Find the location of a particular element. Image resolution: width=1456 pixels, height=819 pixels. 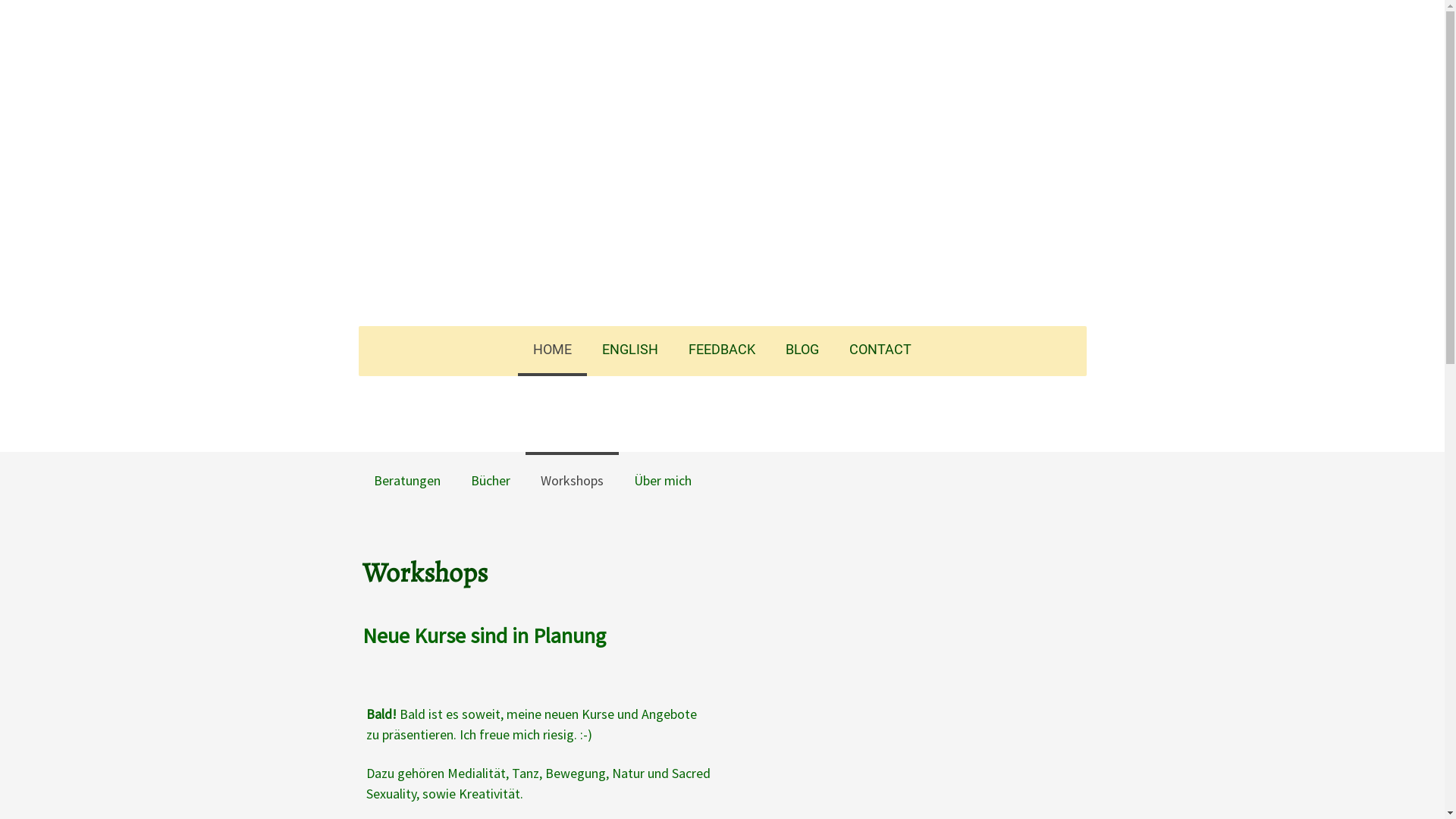

'HOME' is located at coordinates (551, 350).